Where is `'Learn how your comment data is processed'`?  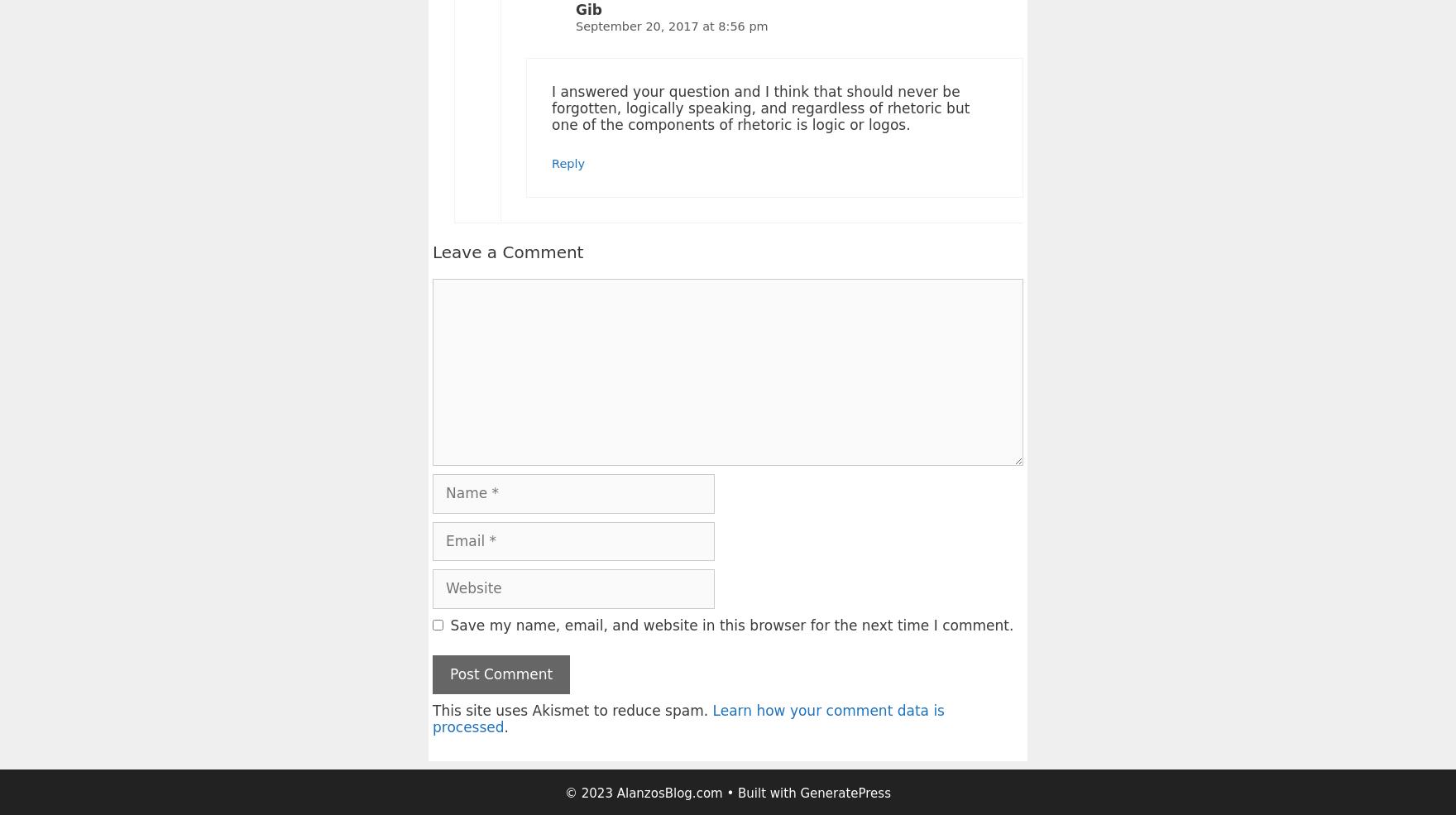 'Learn how your comment data is processed' is located at coordinates (687, 717).